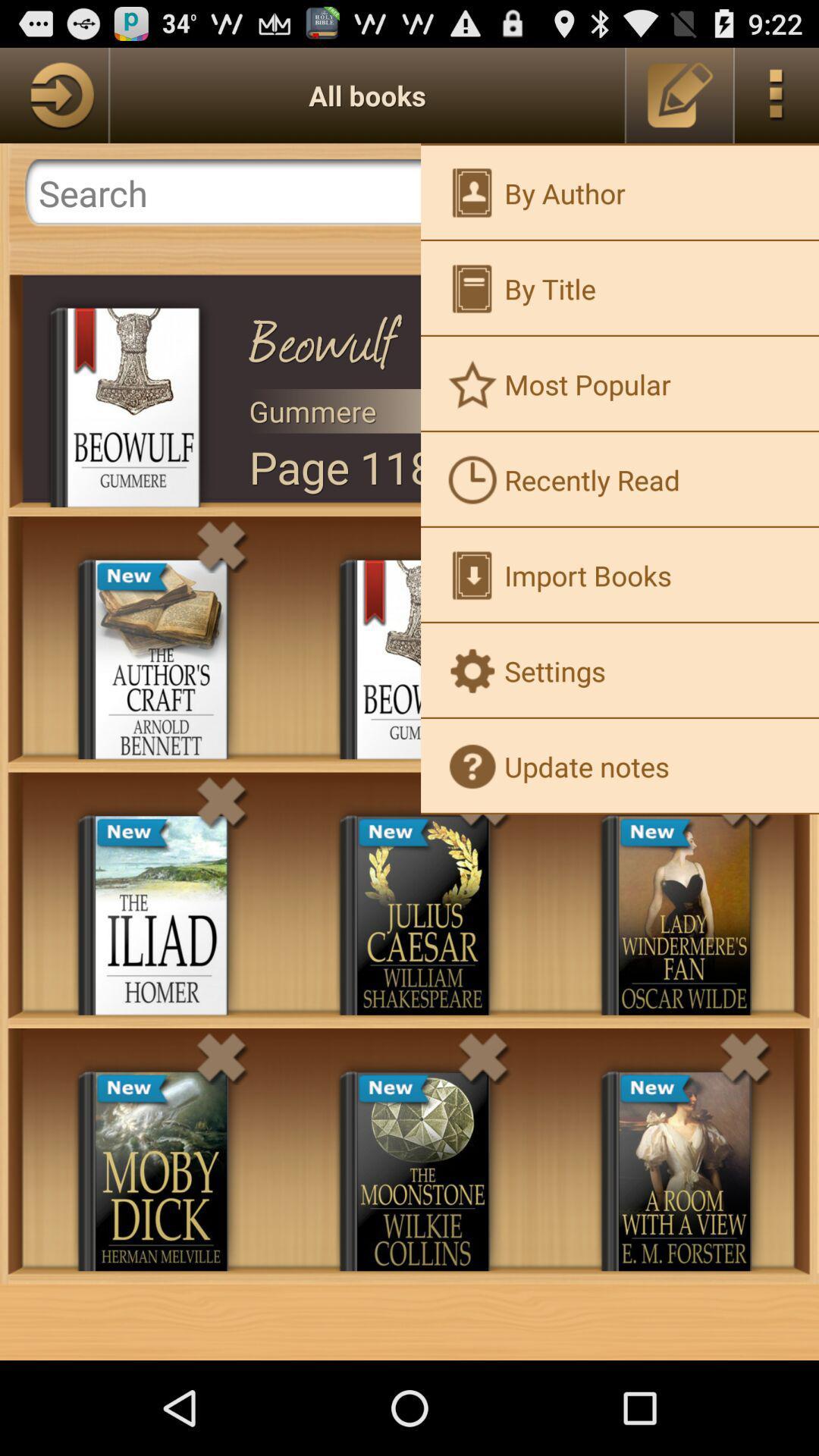  Describe the element at coordinates (777, 101) in the screenshot. I see `the more icon` at that location.